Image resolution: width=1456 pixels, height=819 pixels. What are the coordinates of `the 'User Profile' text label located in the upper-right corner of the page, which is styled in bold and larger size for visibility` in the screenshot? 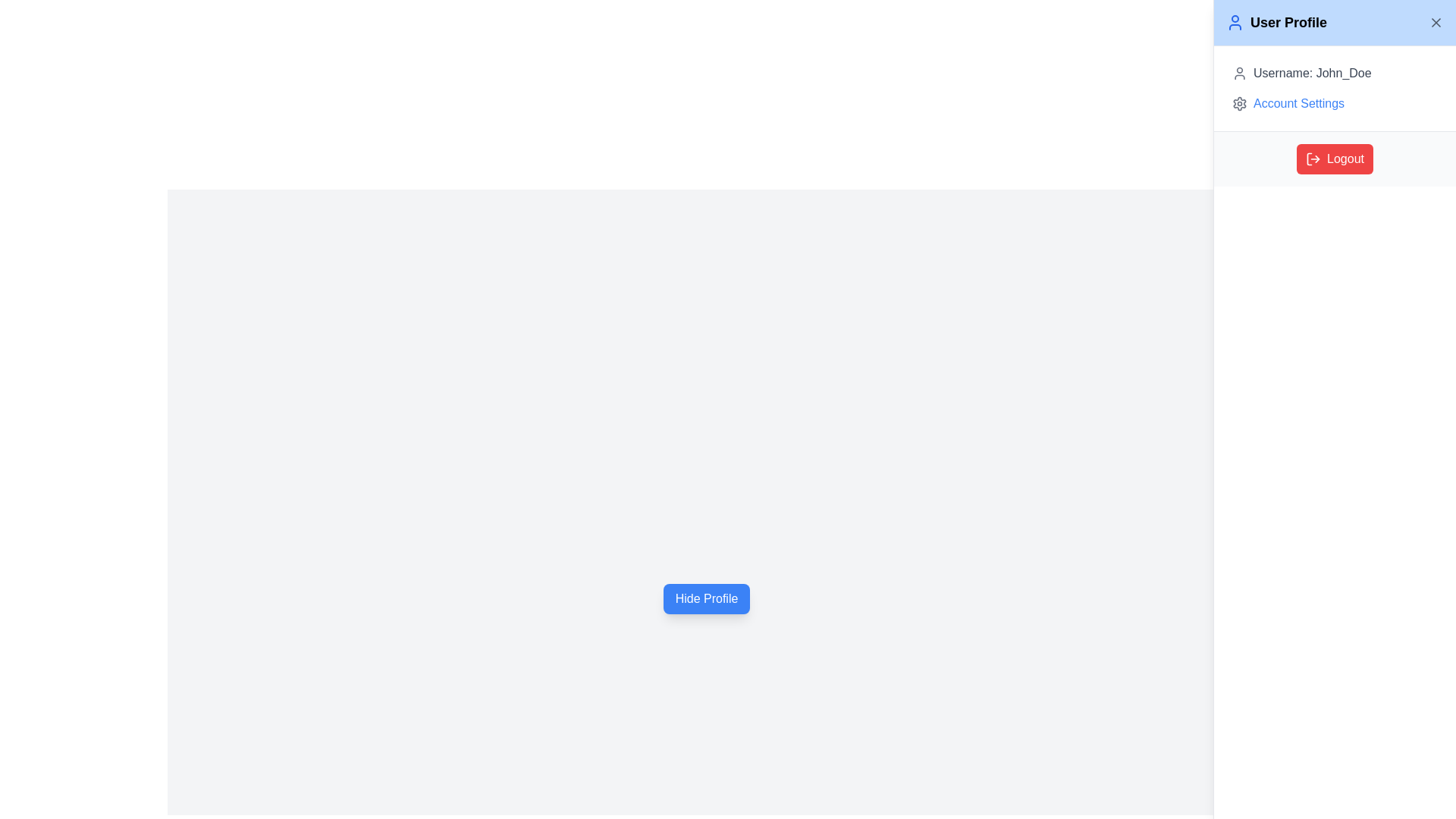 It's located at (1288, 23).